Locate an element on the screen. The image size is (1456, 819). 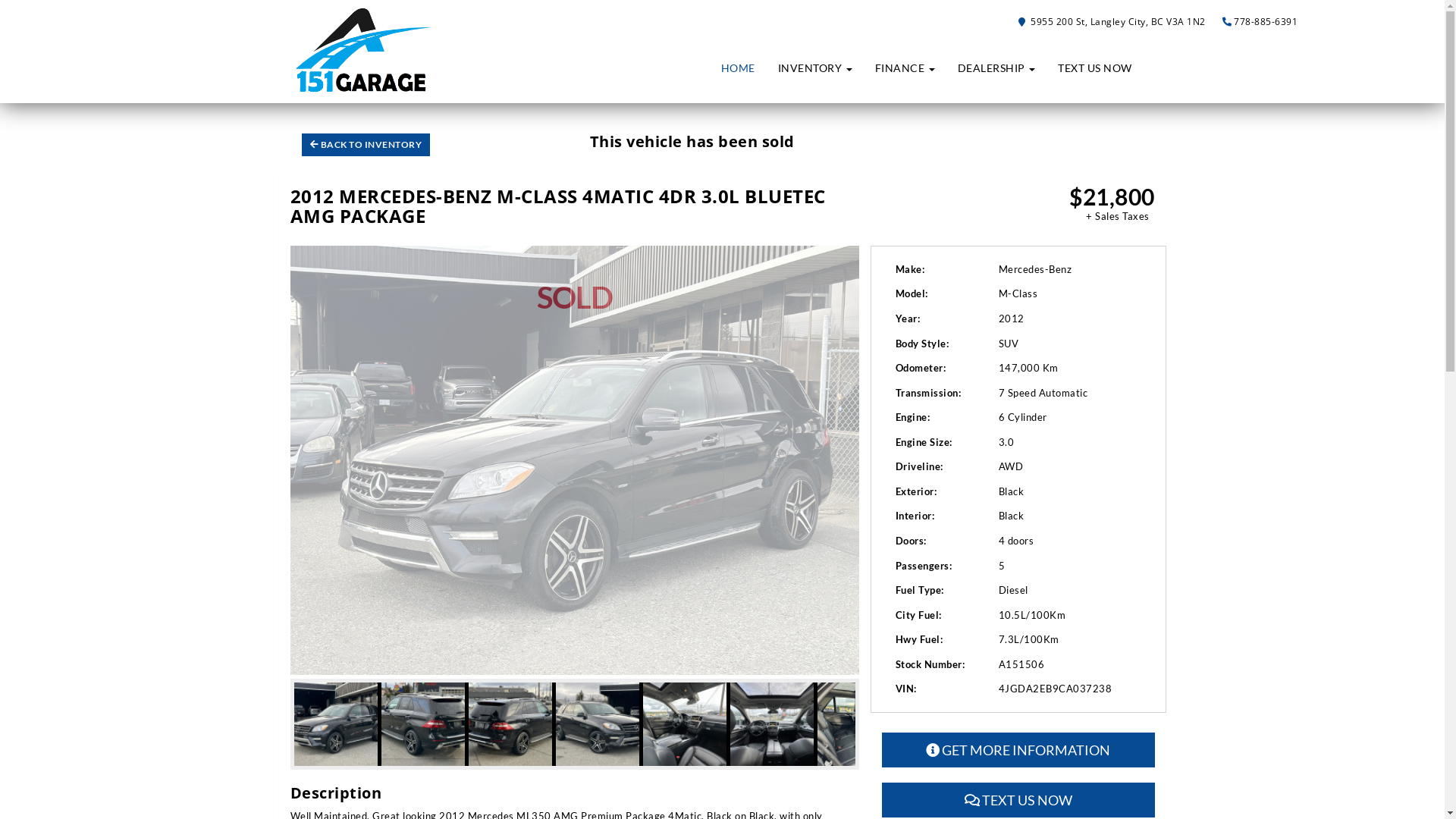
'HOME' is located at coordinates (738, 67).